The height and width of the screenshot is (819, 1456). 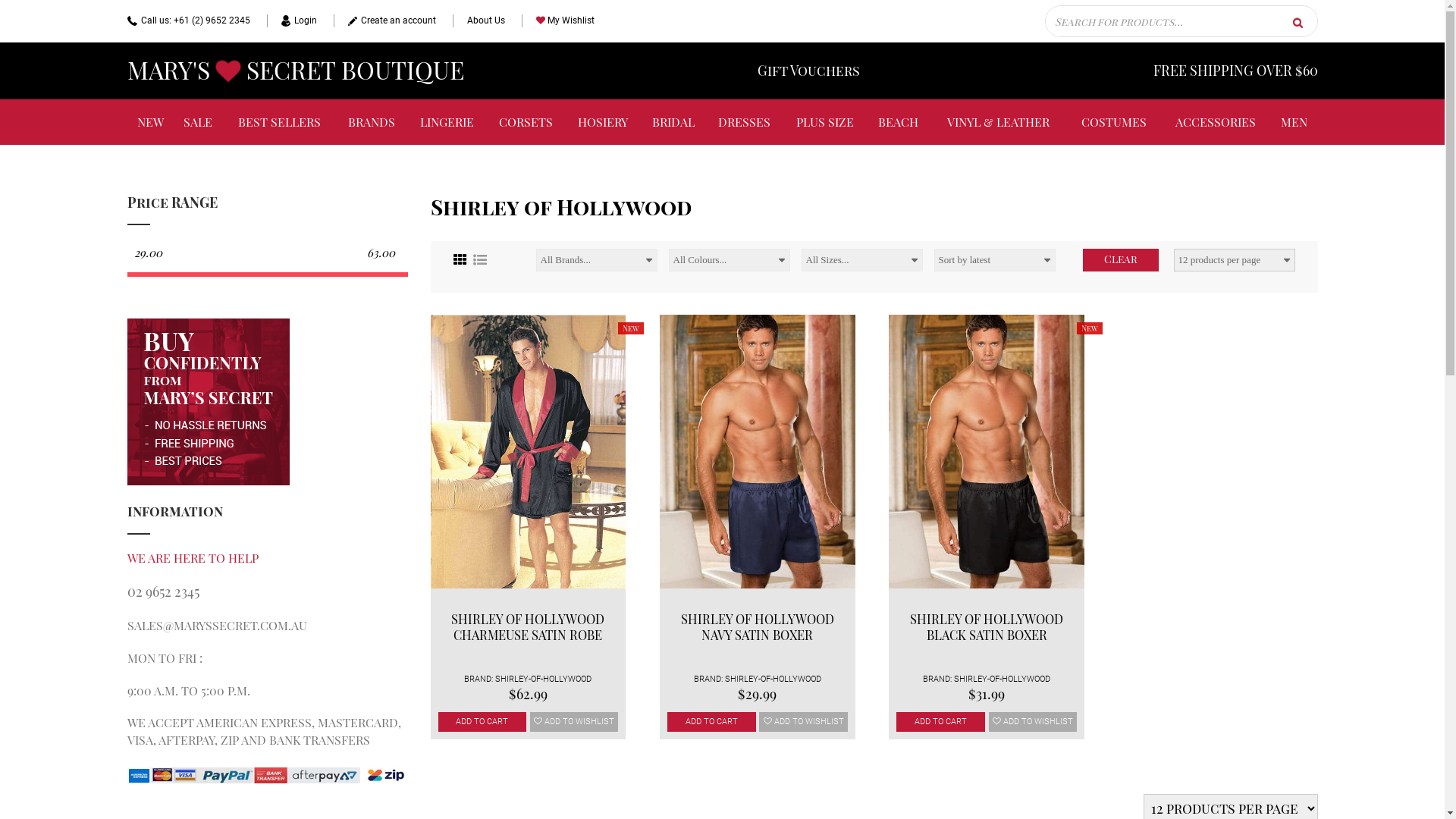 I want to click on 'MARY'S SECRET BOUTIQUE', so click(x=295, y=71).